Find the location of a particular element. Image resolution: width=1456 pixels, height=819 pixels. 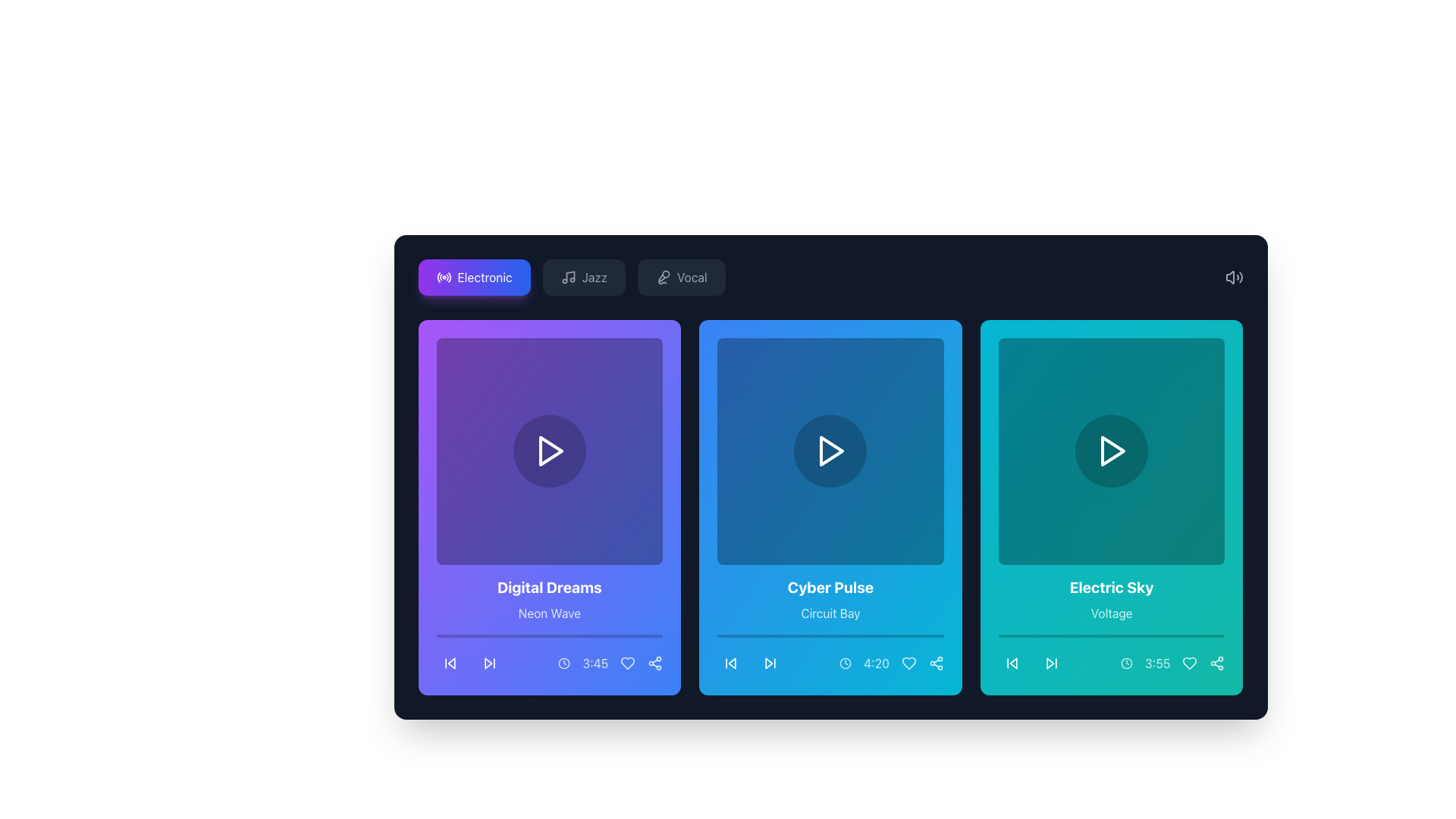

progress bar located below the 'Electric Sky' track, specifically under the 'Voltage' subtitle, which currently shows zero progress is located at coordinates (1112, 635).